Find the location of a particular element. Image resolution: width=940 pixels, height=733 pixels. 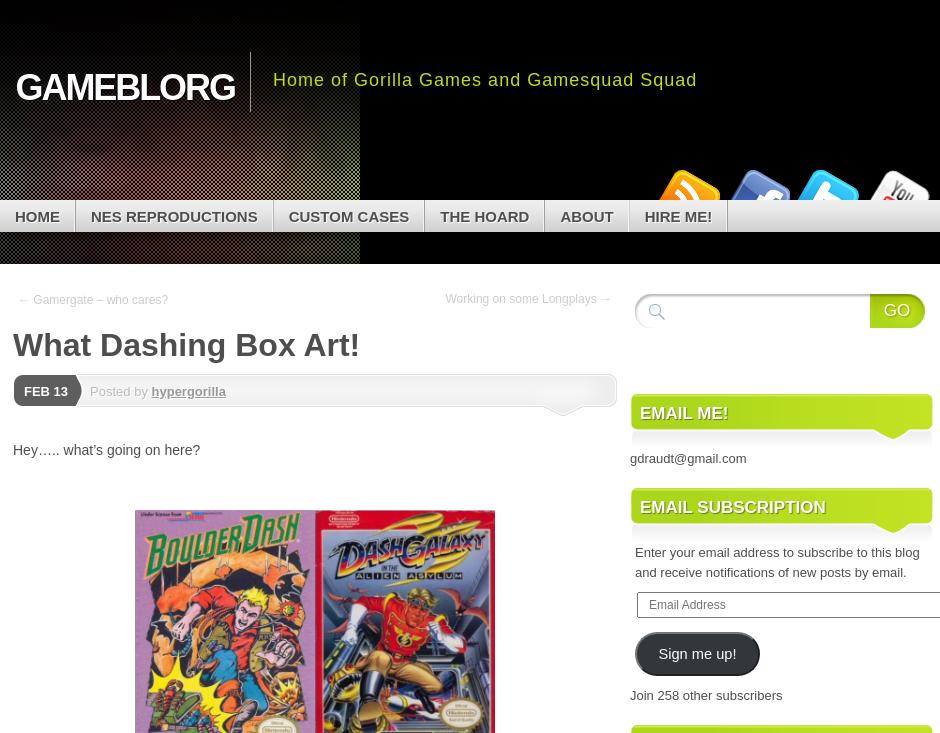

'NES Reproductions' is located at coordinates (173, 214).